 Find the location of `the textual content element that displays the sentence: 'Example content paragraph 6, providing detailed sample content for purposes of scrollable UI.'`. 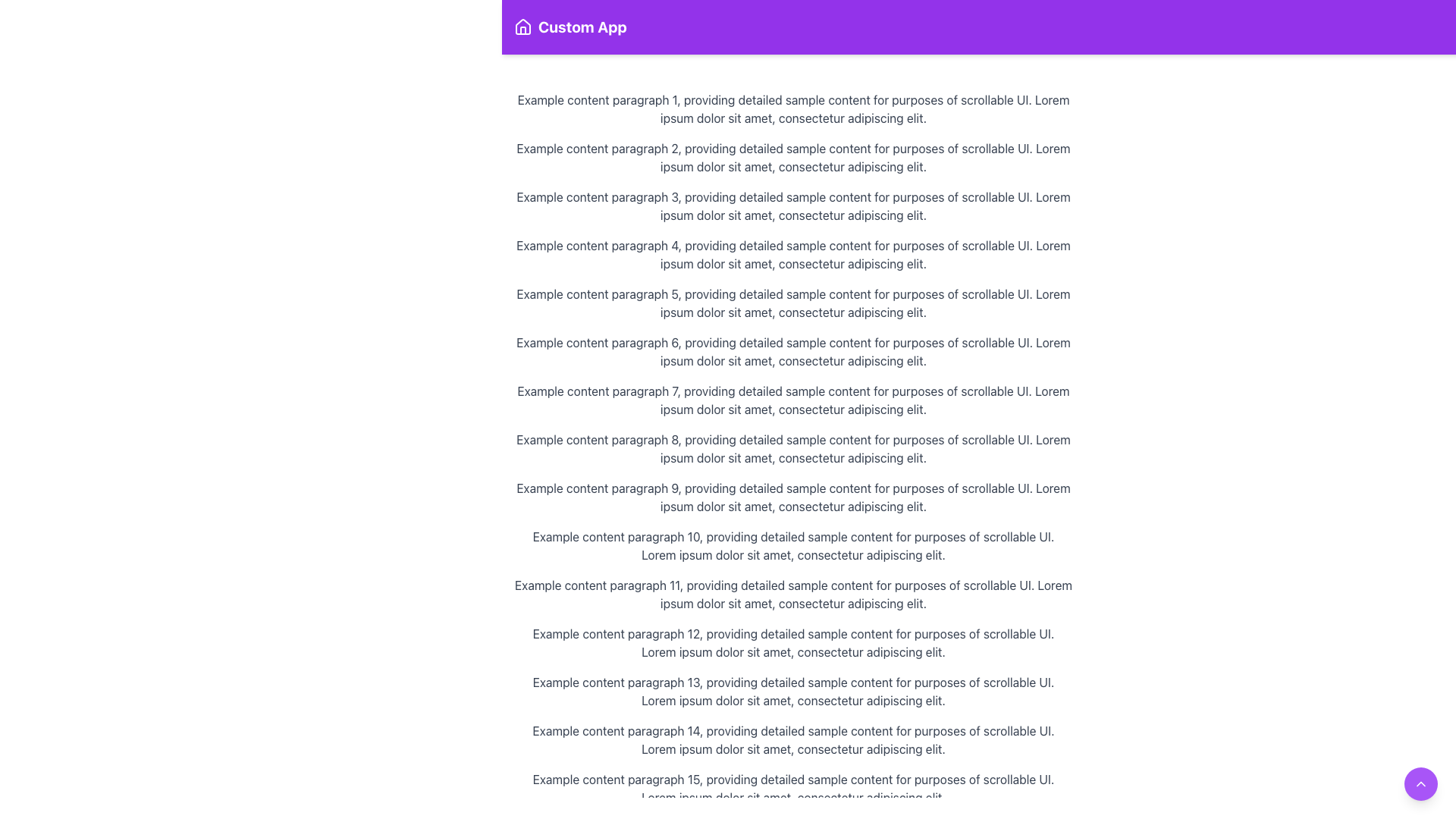

the textual content element that displays the sentence: 'Example content paragraph 6, providing detailed sample content for purposes of scrollable UI.' is located at coordinates (792, 351).